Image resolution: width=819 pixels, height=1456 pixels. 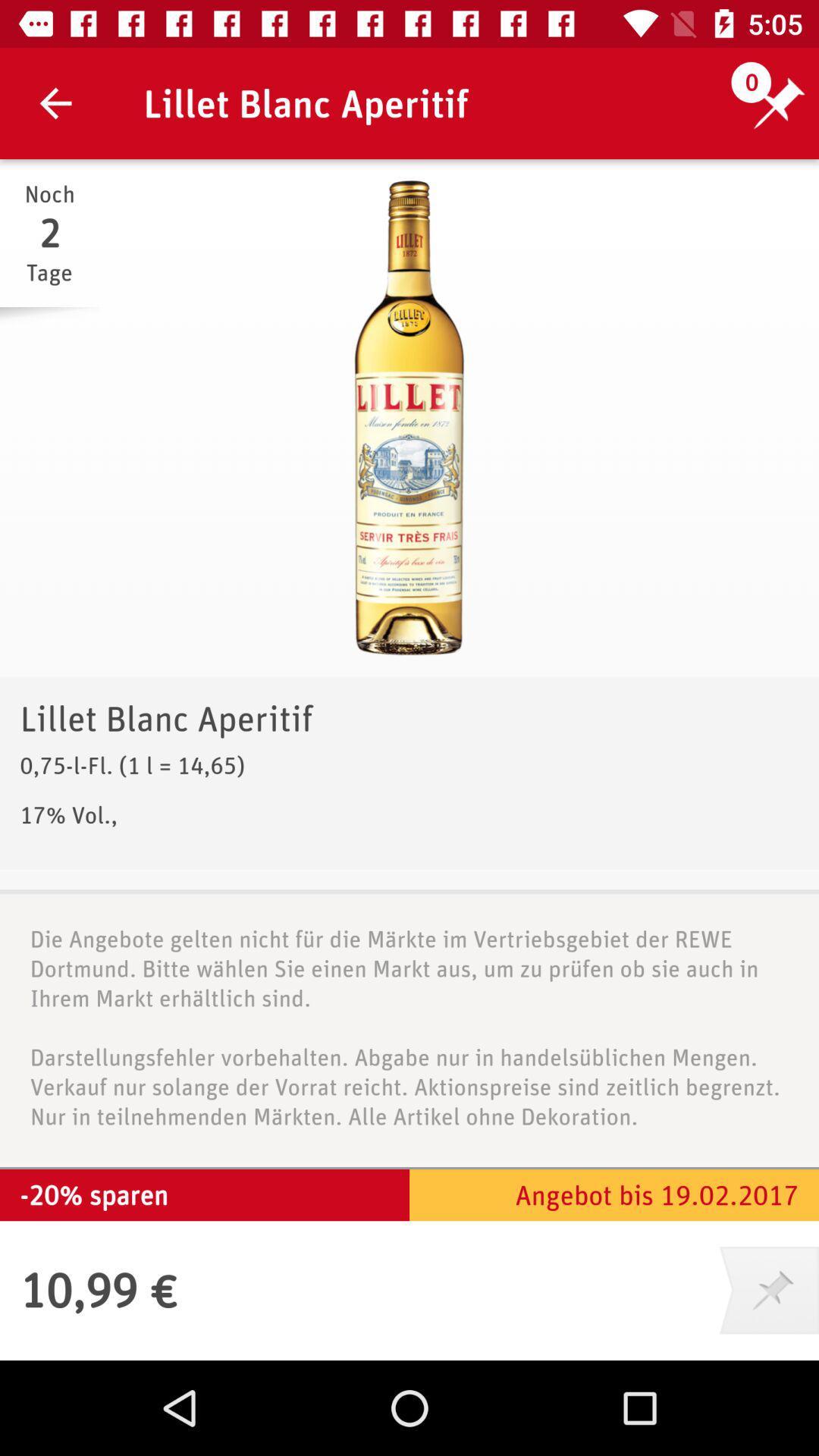 I want to click on item below lillet blanc aperitif icon, so click(x=409, y=418).